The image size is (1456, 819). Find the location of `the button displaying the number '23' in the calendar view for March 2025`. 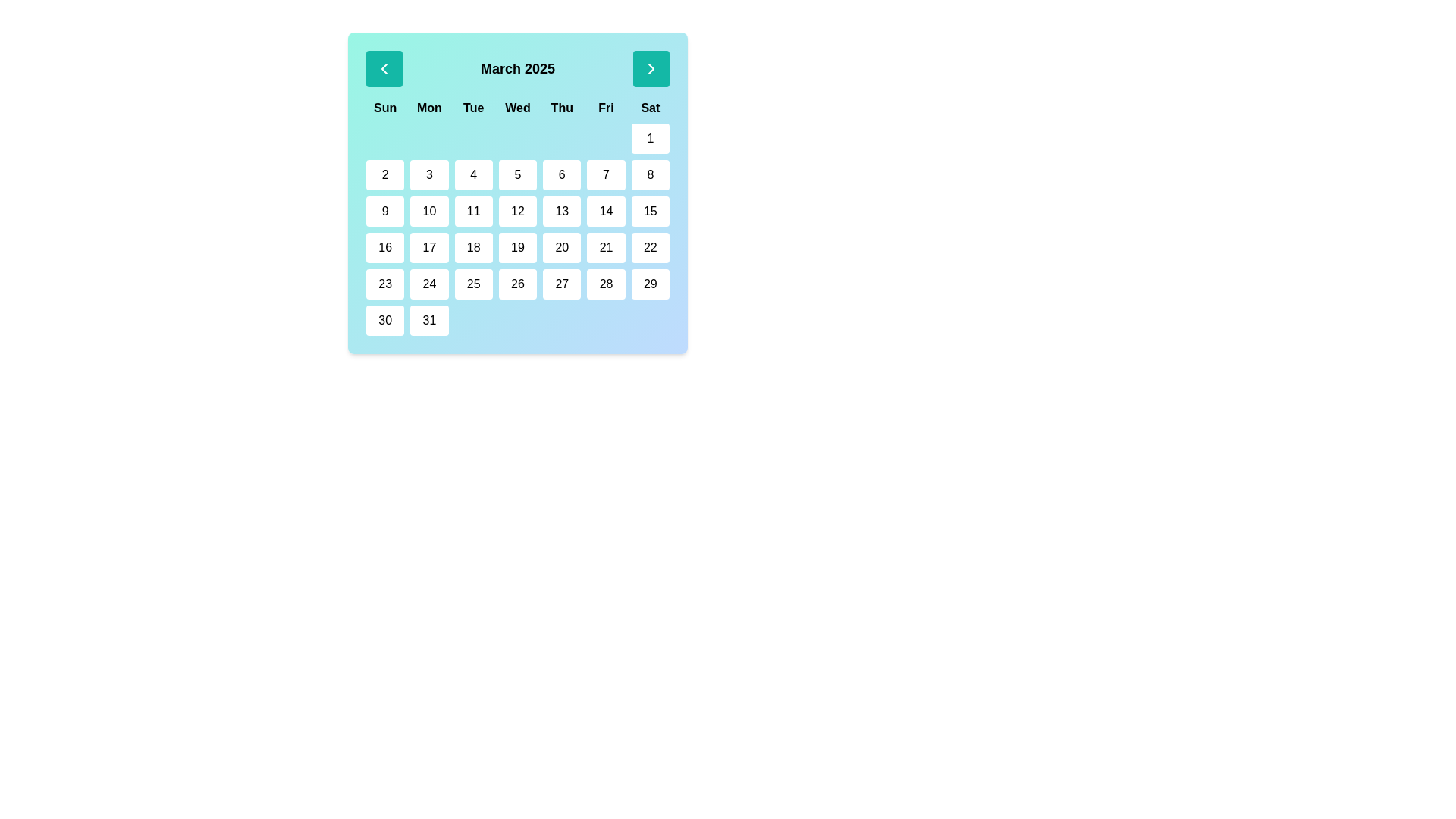

the button displaying the number '23' in the calendar view for March 2025 is located at coordinates (385, 284).